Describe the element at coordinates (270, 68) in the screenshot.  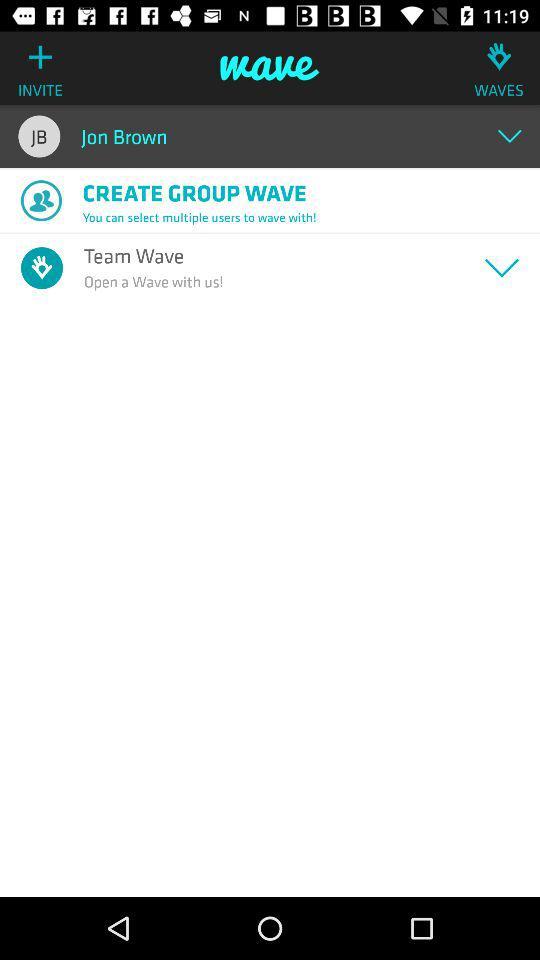
I see `the icon next to waves` at that location.